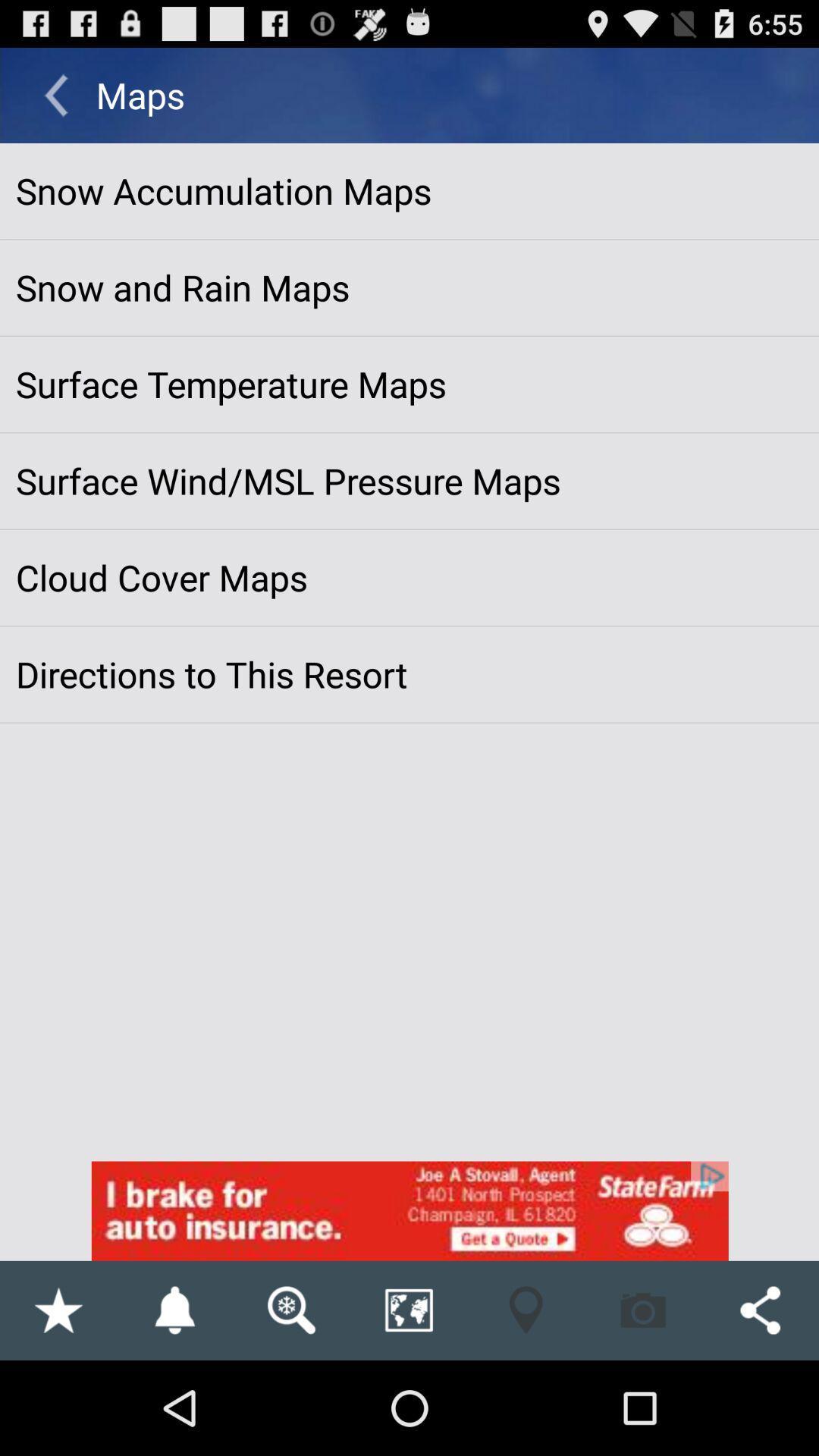 This screenshot has height=1456, width=819. What do you see at coordinates (760, 1401) in the screenshot?
I see `the share icon` at bounding box center [760, 1401].